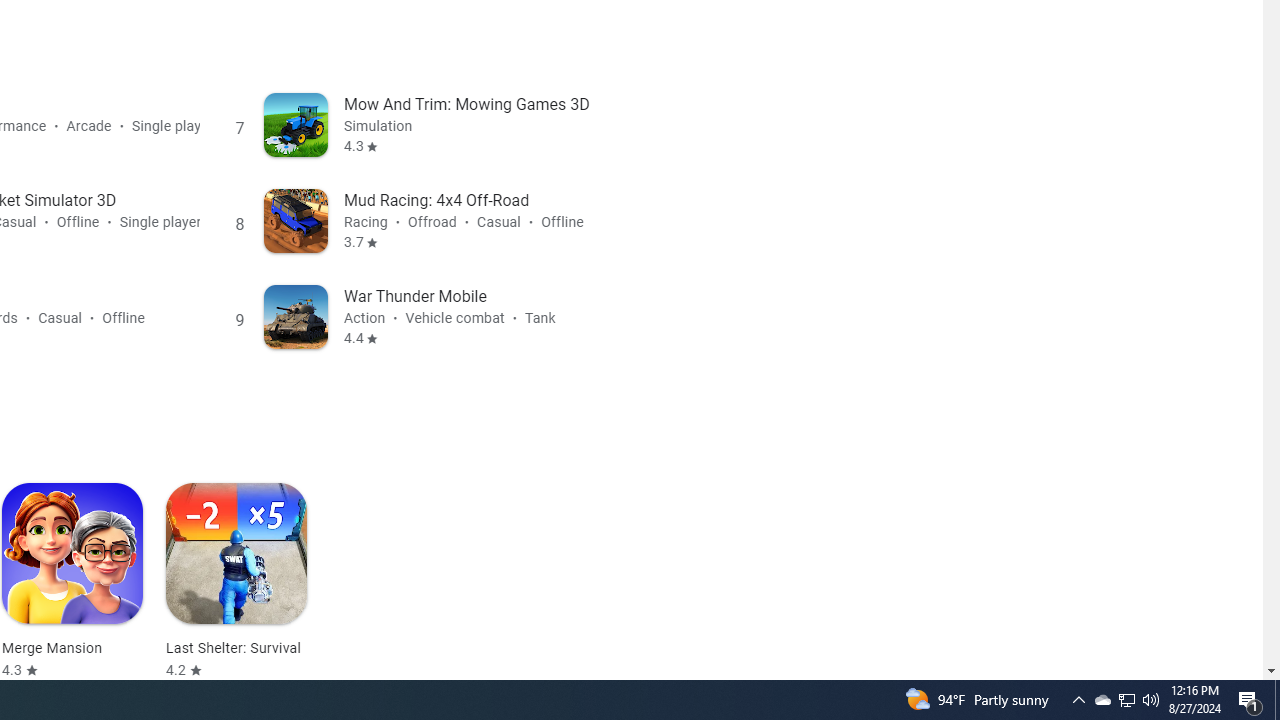  I want to click on 'Last Shelter: Survival Rated 4.2 stars out of five stars', so click(236, 581).